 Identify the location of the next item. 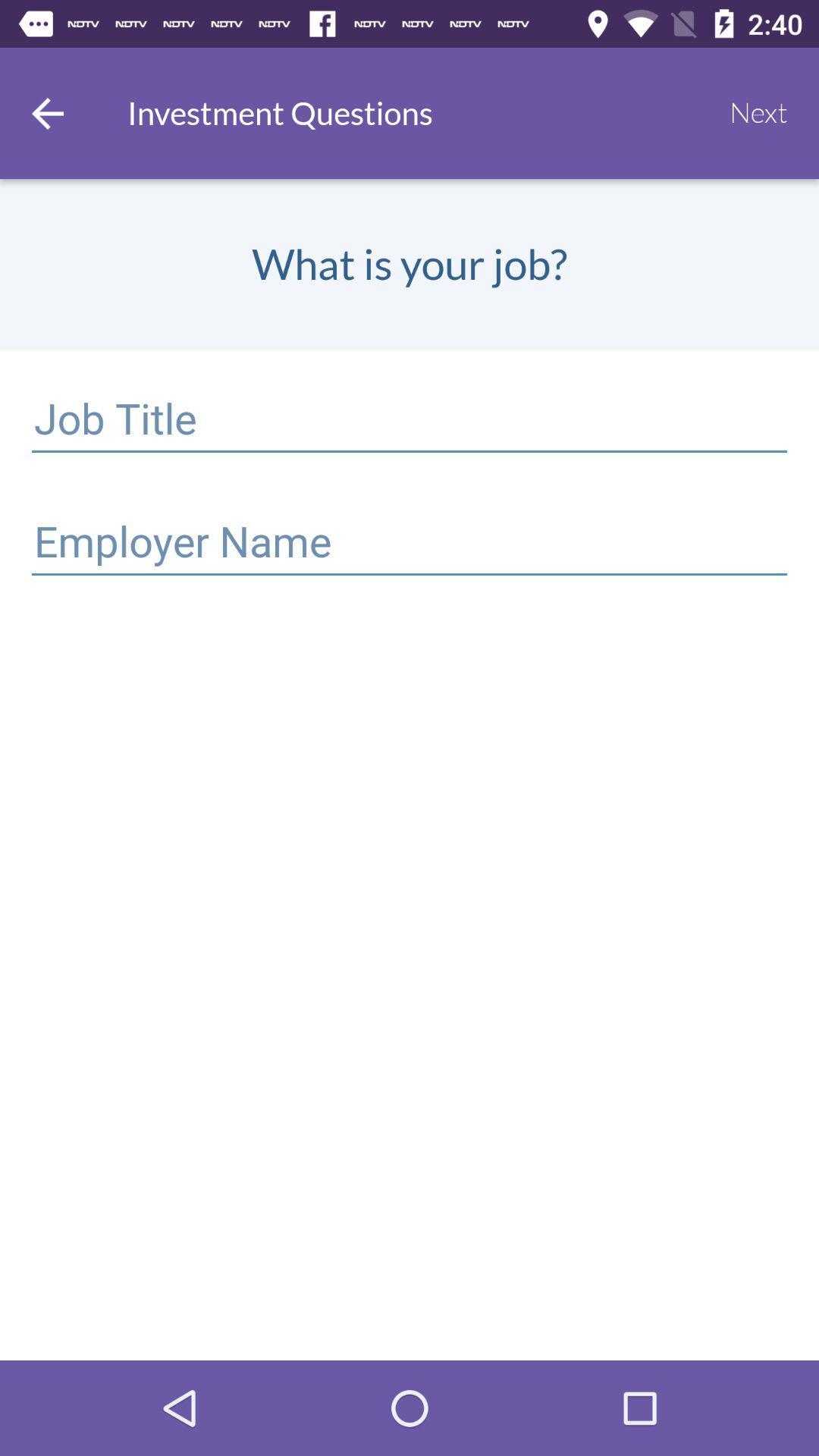
(758, 112).